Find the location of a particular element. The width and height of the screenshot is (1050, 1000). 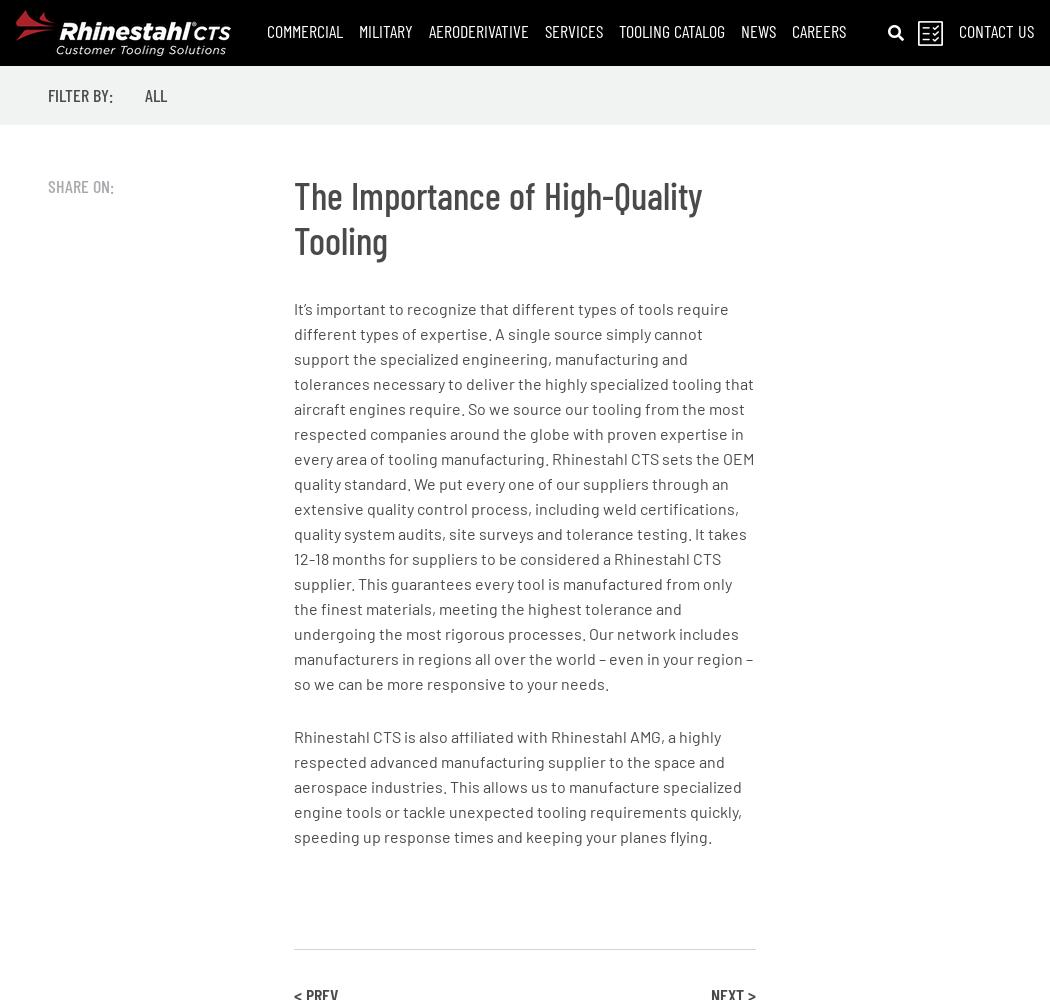

'The Importance of High-Quality Tooling' is located at coordinates (497, 216).